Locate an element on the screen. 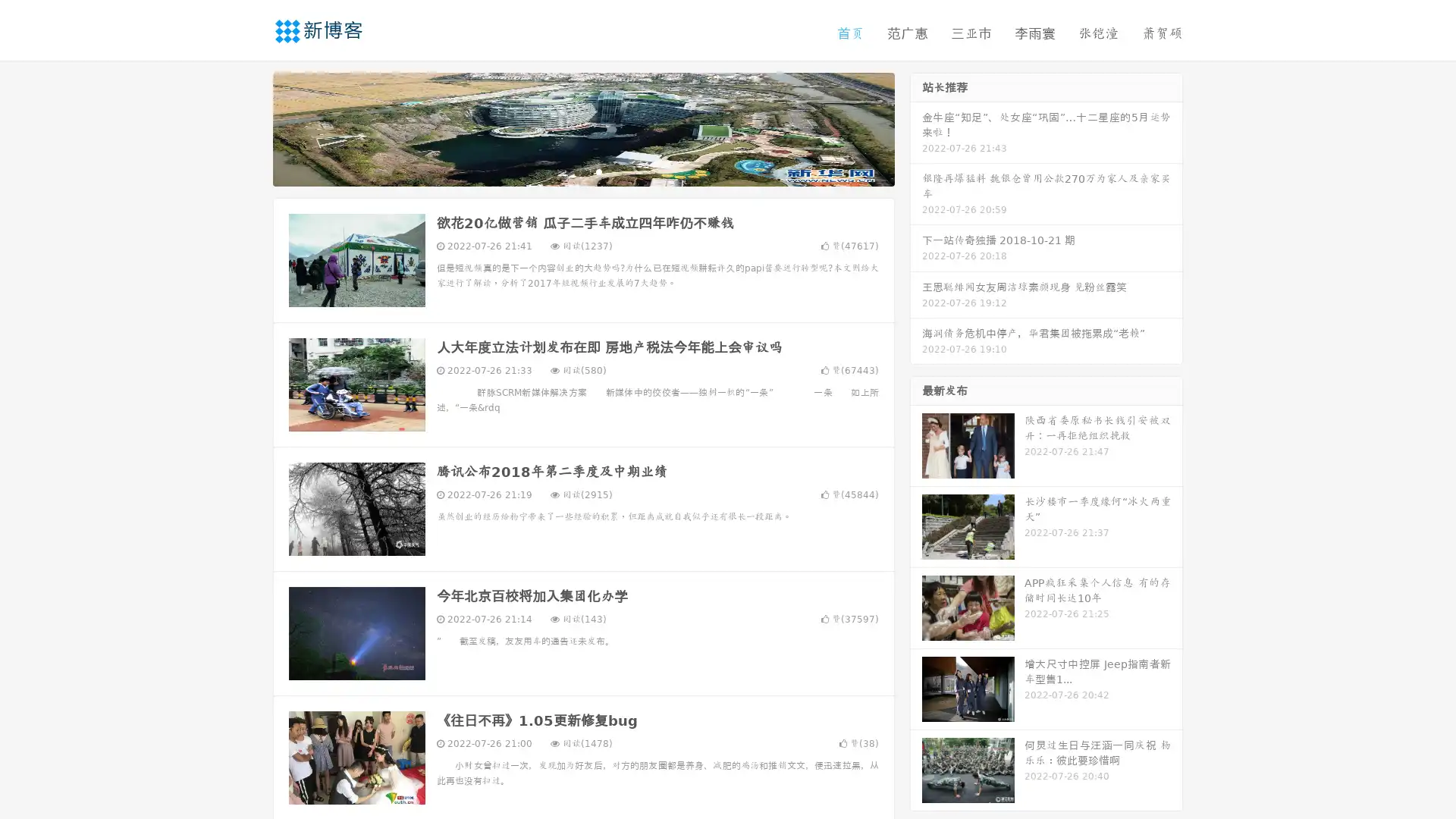 The image size is (1456, 819). Go to slide 1 is located at coordinates (567, 171).